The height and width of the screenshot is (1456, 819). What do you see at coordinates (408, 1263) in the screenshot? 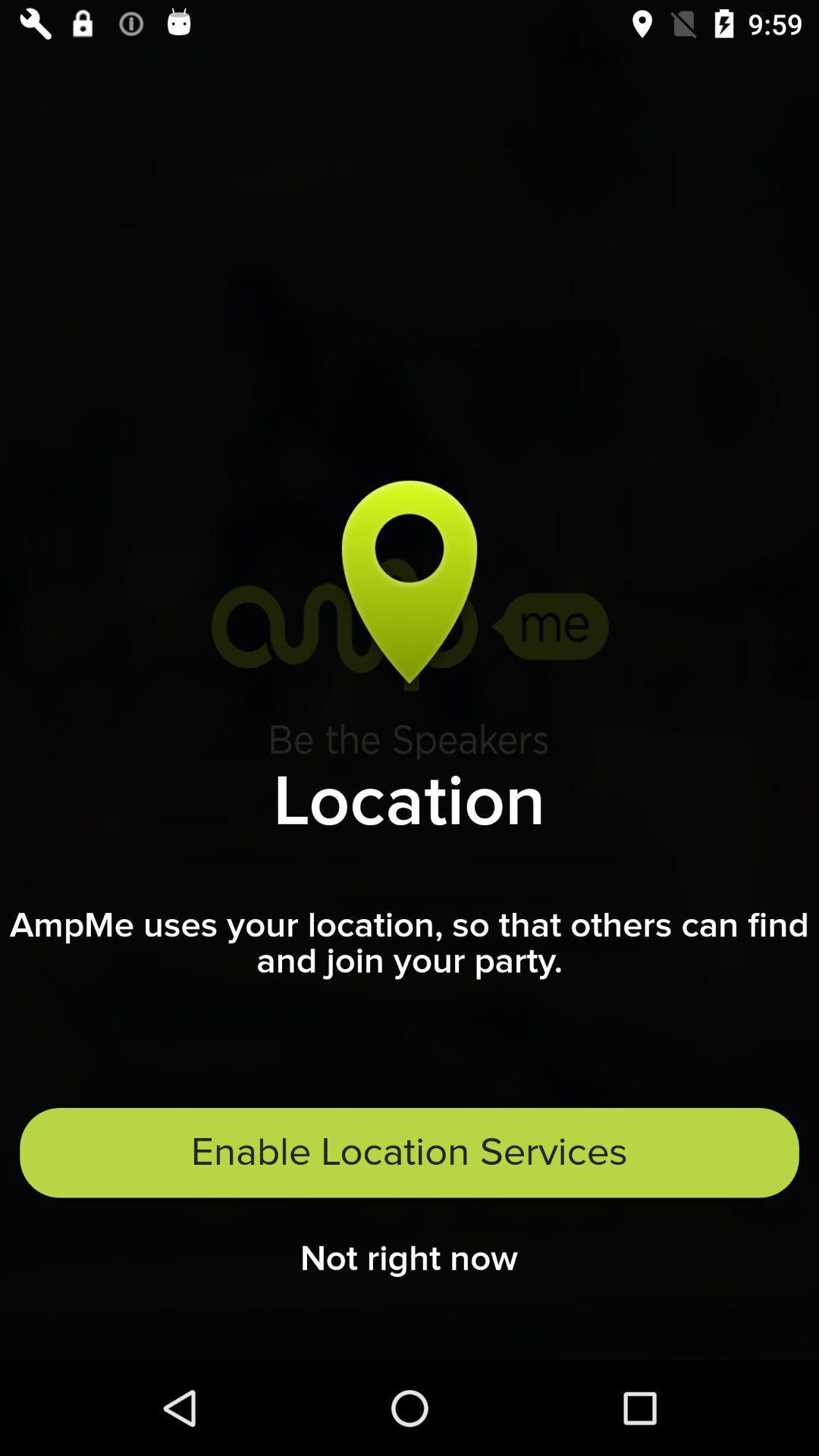
I see `not right now item` at bounding box center [408, 1263].